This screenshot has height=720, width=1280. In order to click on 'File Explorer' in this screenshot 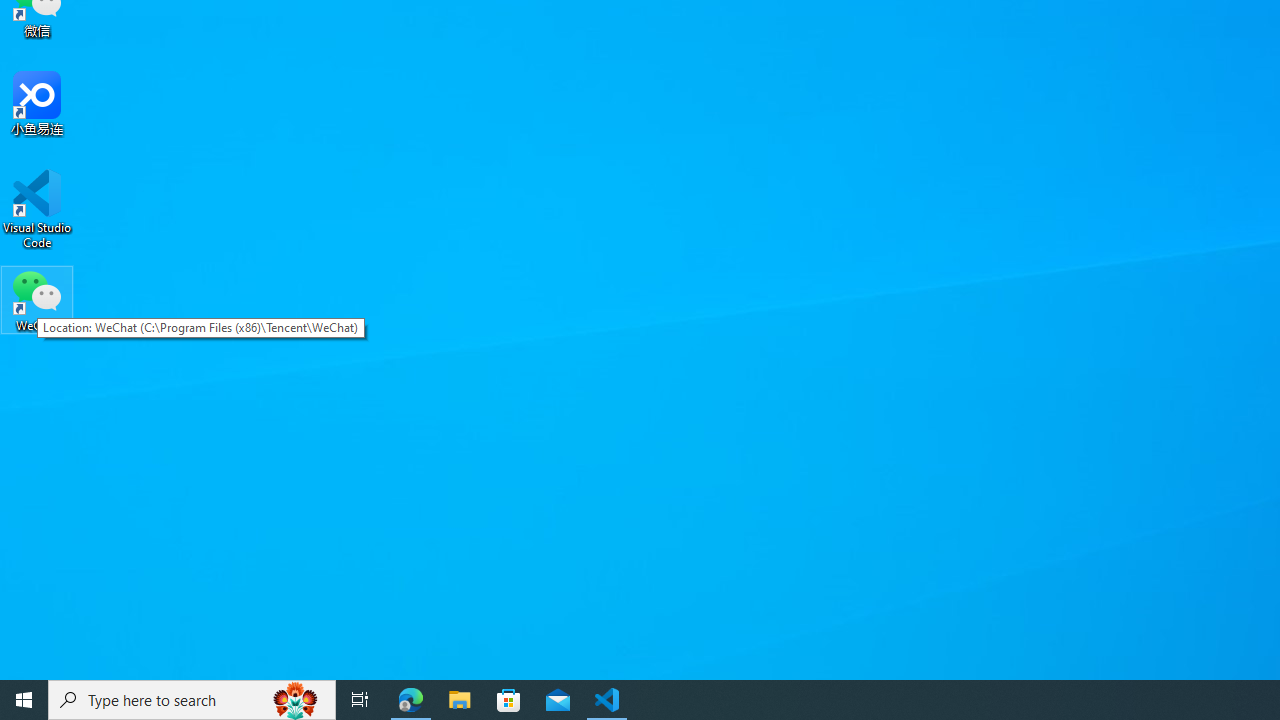, I will do `click(459, 698)`.